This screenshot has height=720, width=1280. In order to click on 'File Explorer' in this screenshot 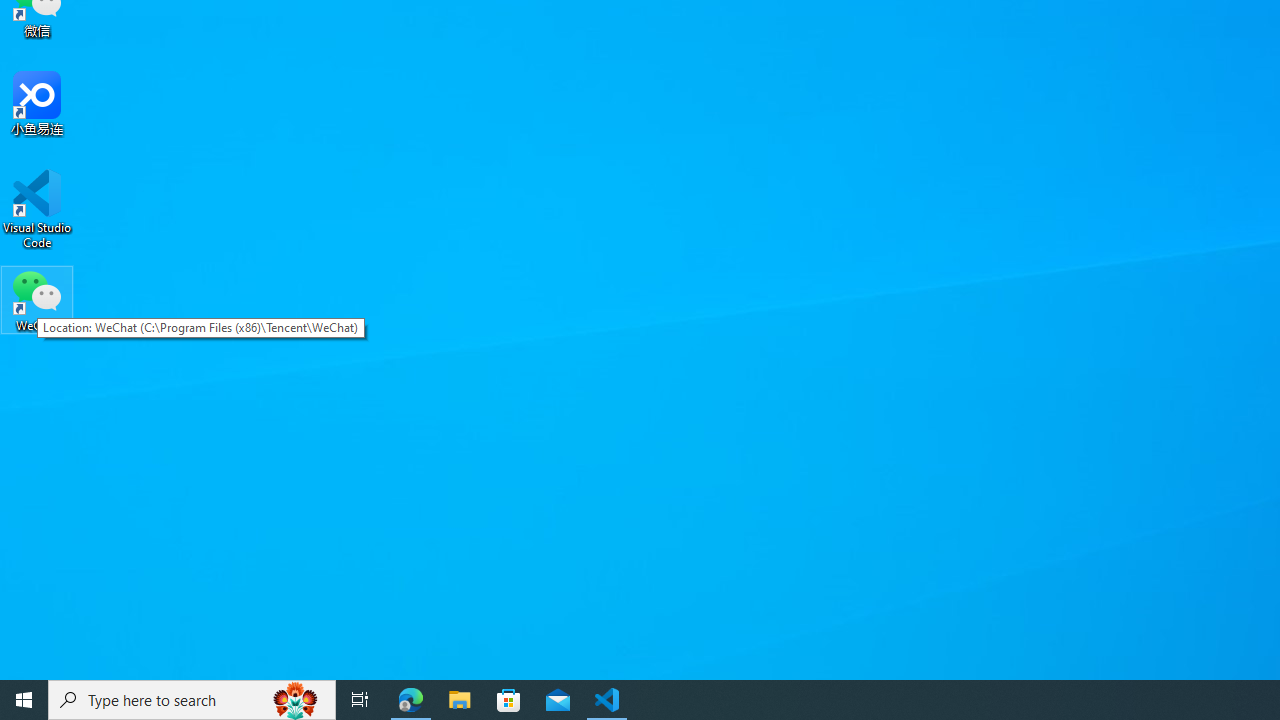, I will do `click(459, 698)`.